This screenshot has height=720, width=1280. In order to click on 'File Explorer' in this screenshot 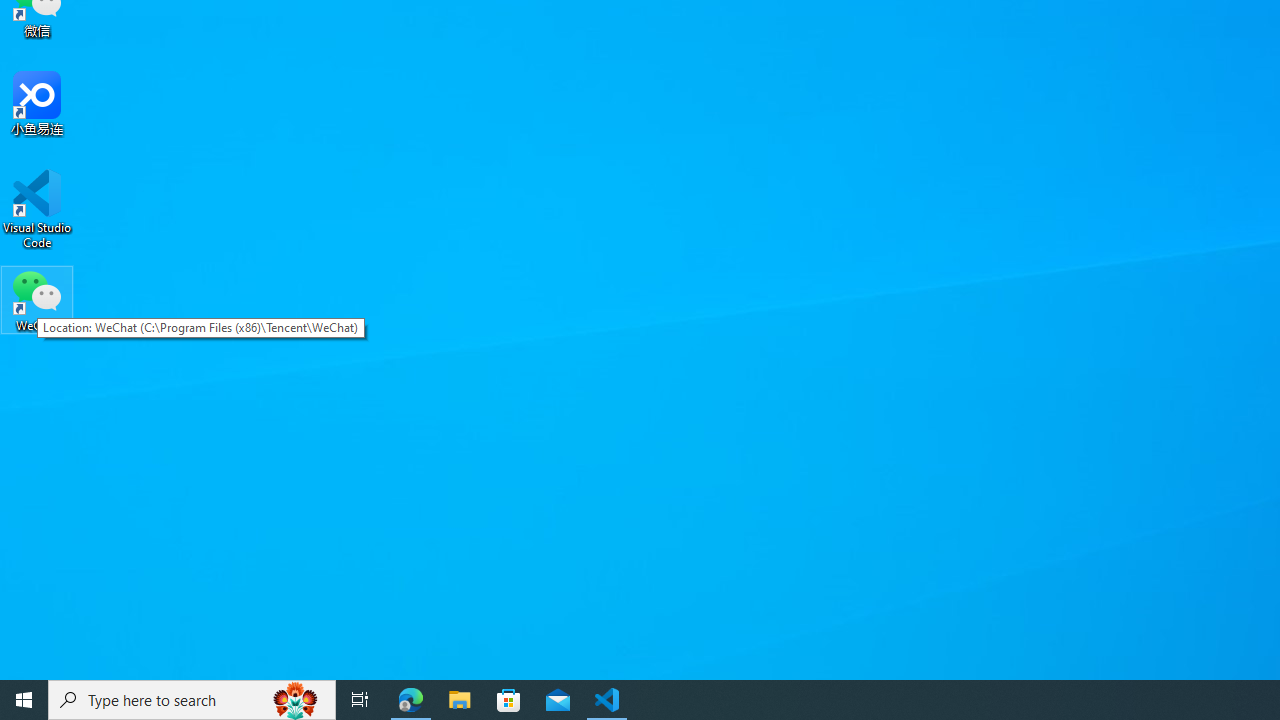, I will do `click(459, 698)`.